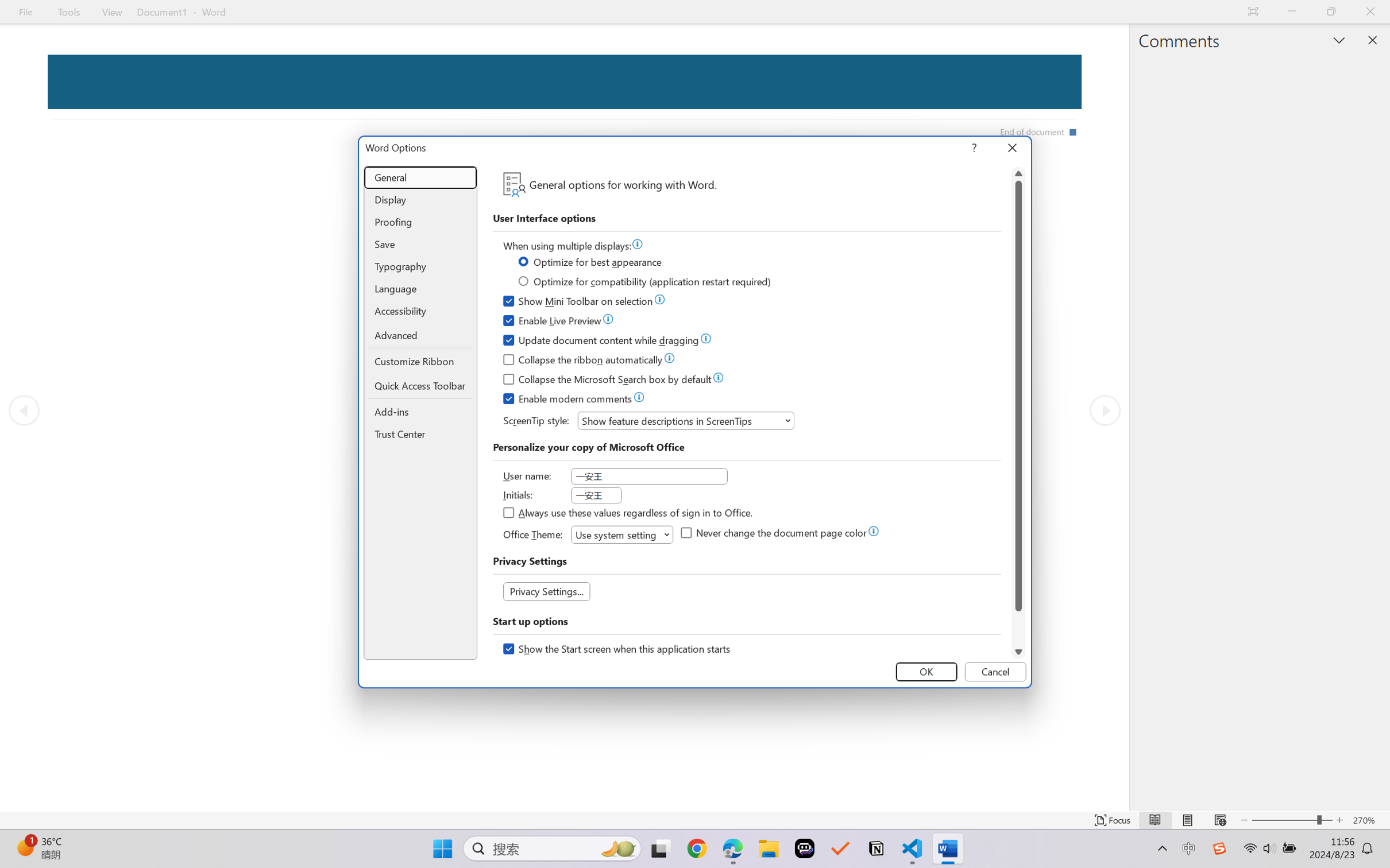 The width and height of the screenshot is (1390, 868). I want to click on 'Enable modern comments', so click(569, 400).